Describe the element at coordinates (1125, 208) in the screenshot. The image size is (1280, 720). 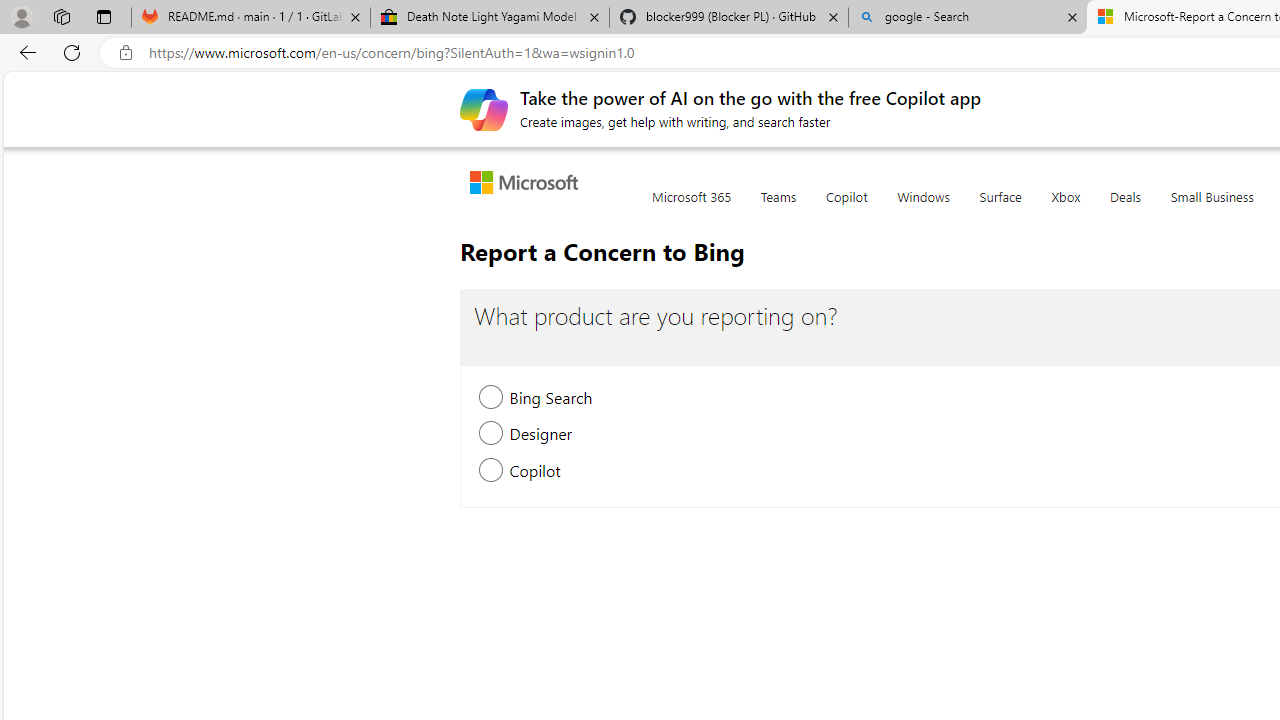
I see `'Deals'` at that location.